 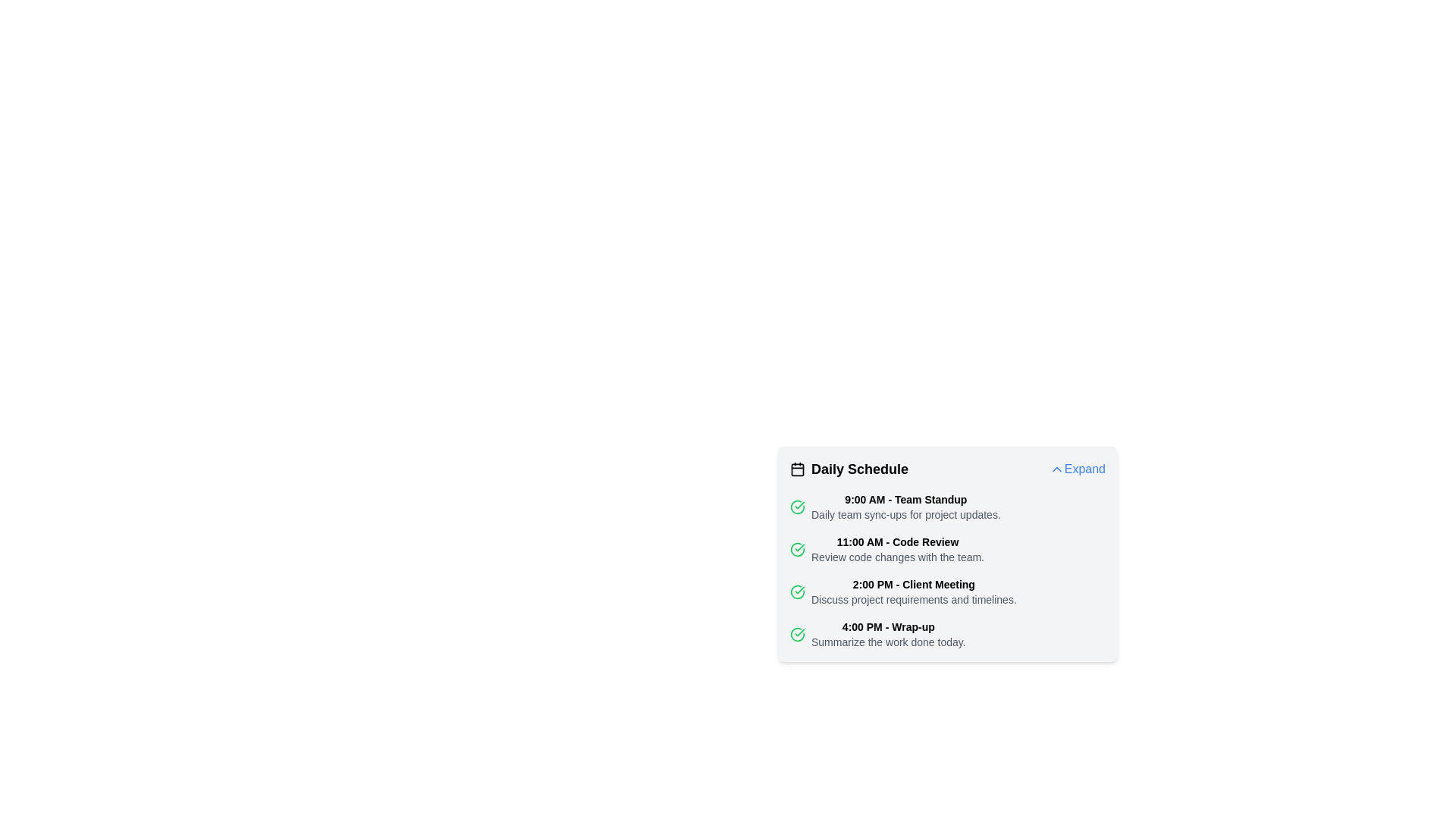 What do you see at coordinates (796, 468) in the screenshot?
I see `the small rectangular shape with rounded corners that is part of the calendar icon in the 'Daily Schedule' section, located in the top-left corner of the interface` at bounding box center [796, 468].